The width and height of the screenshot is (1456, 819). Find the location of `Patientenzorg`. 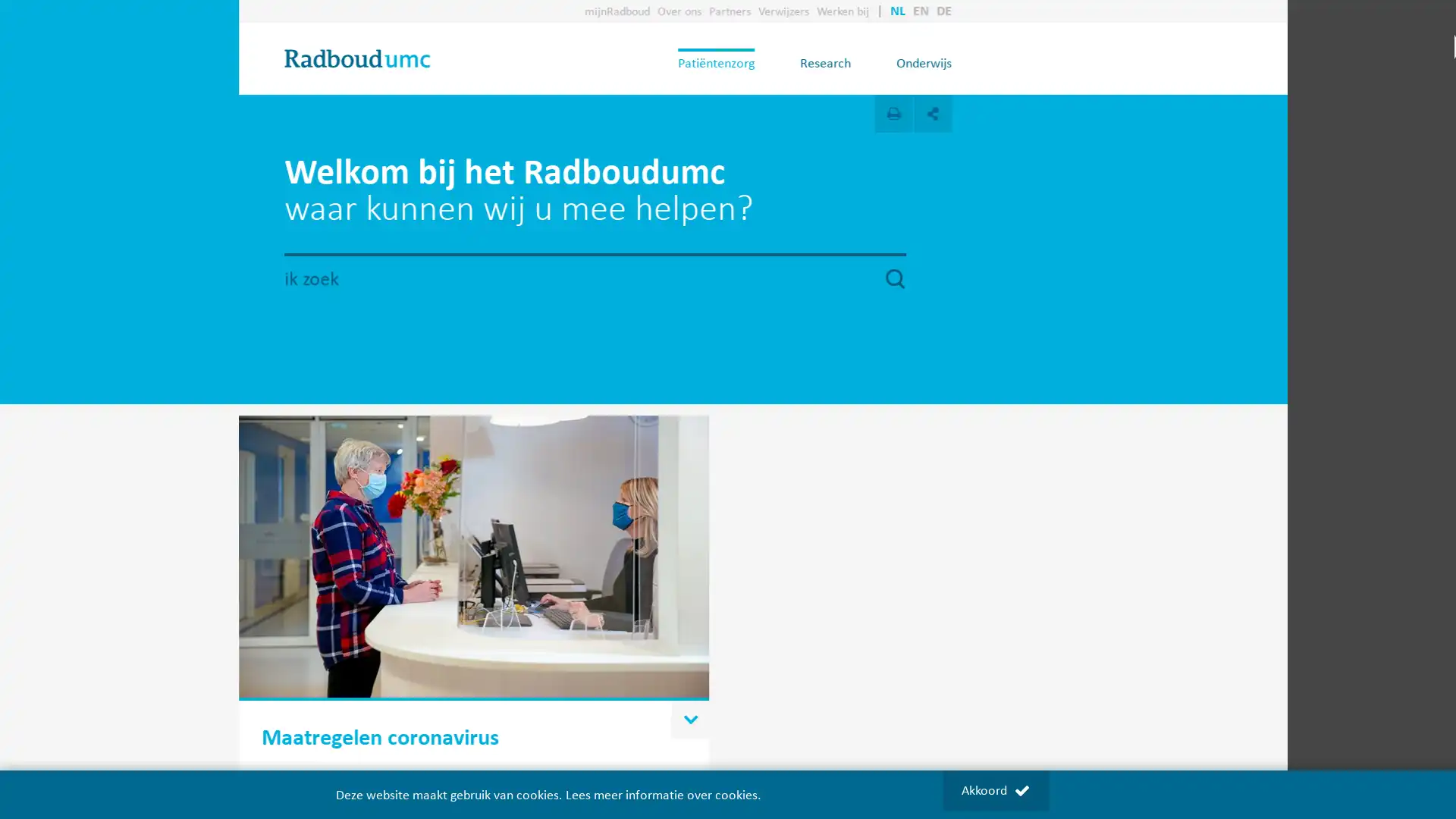

Patientenzorg is located at coordinates (812, 62).